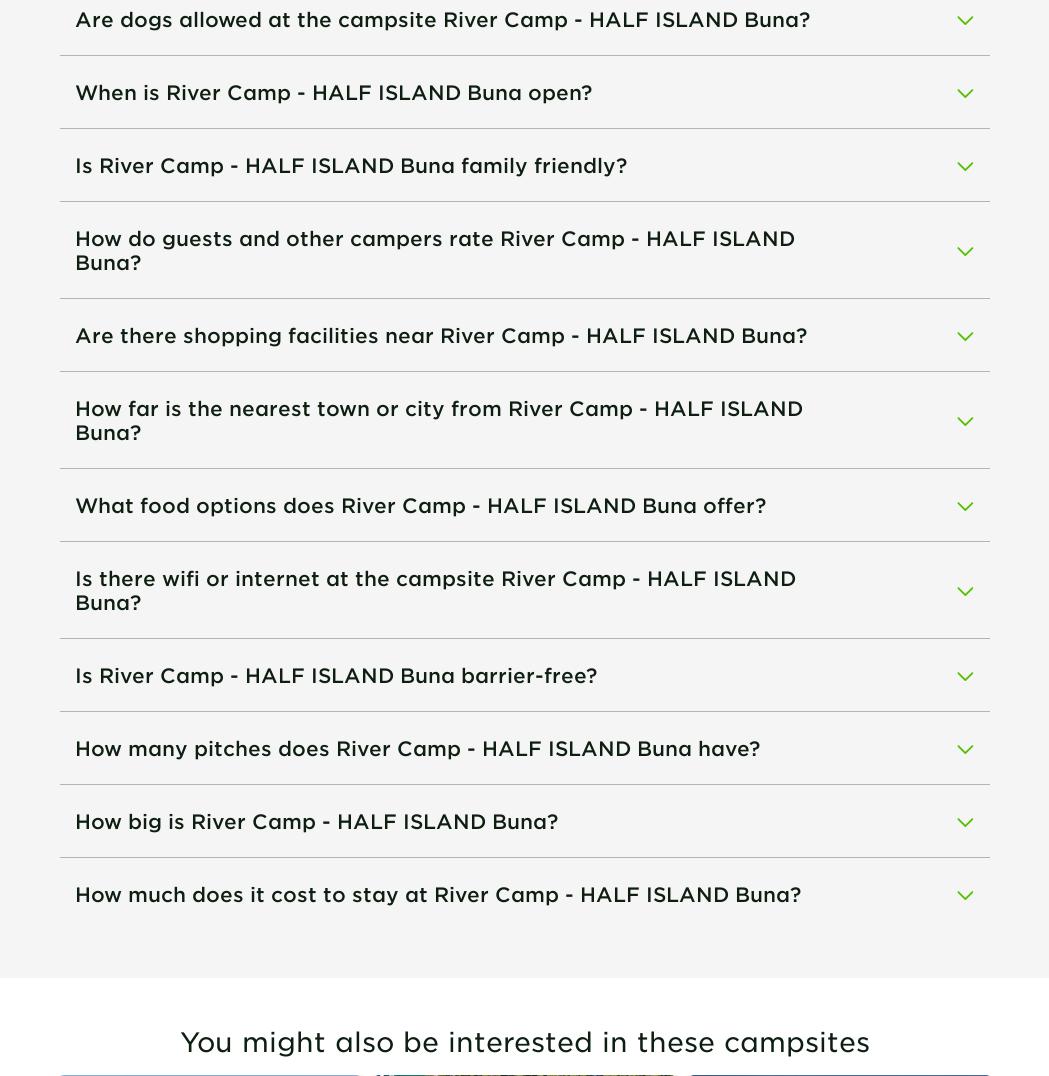 Image resolution: width=1049 pixels, height=1076 pixels. What do you see at coordinates (349, 164) in the screenshot?
I see `'Is River Camp - HALF ISLAND Buna family friendly?'` at bounding box center [349, 164].